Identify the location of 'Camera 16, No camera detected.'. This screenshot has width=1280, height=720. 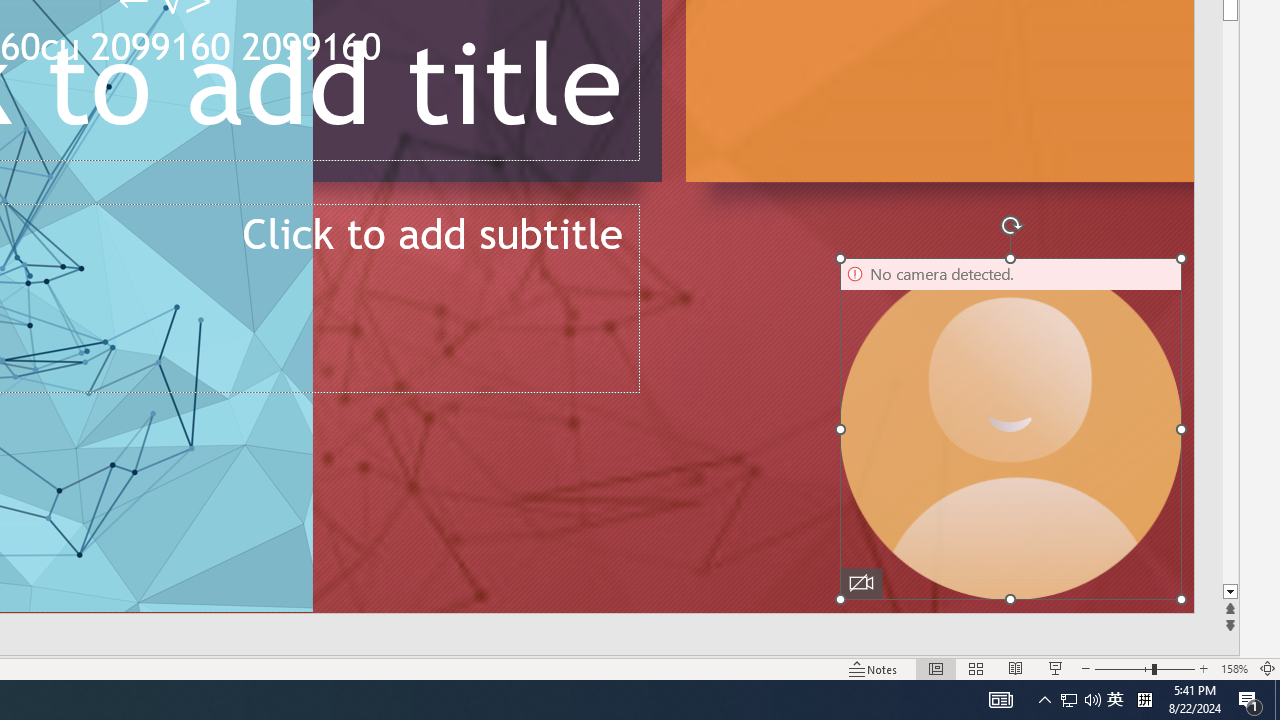
(1010, 428).